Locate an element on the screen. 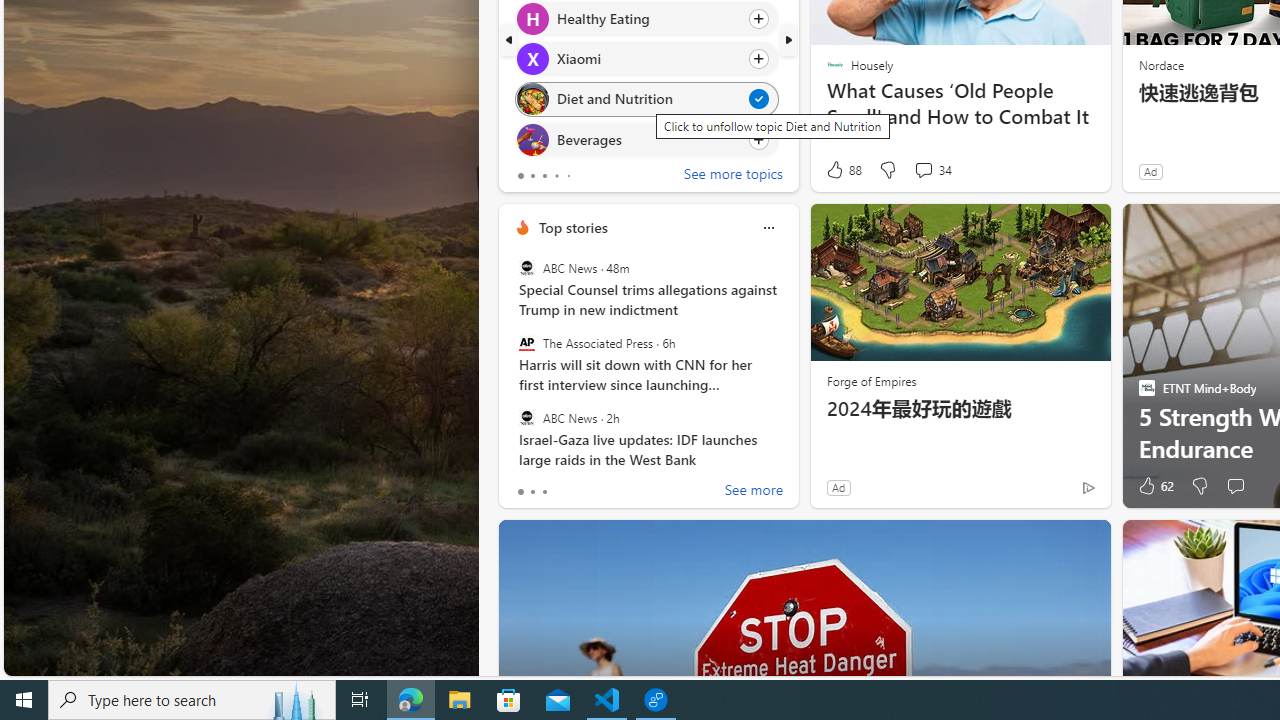  'Ad Choice' is located at coordinates (1087, 487).